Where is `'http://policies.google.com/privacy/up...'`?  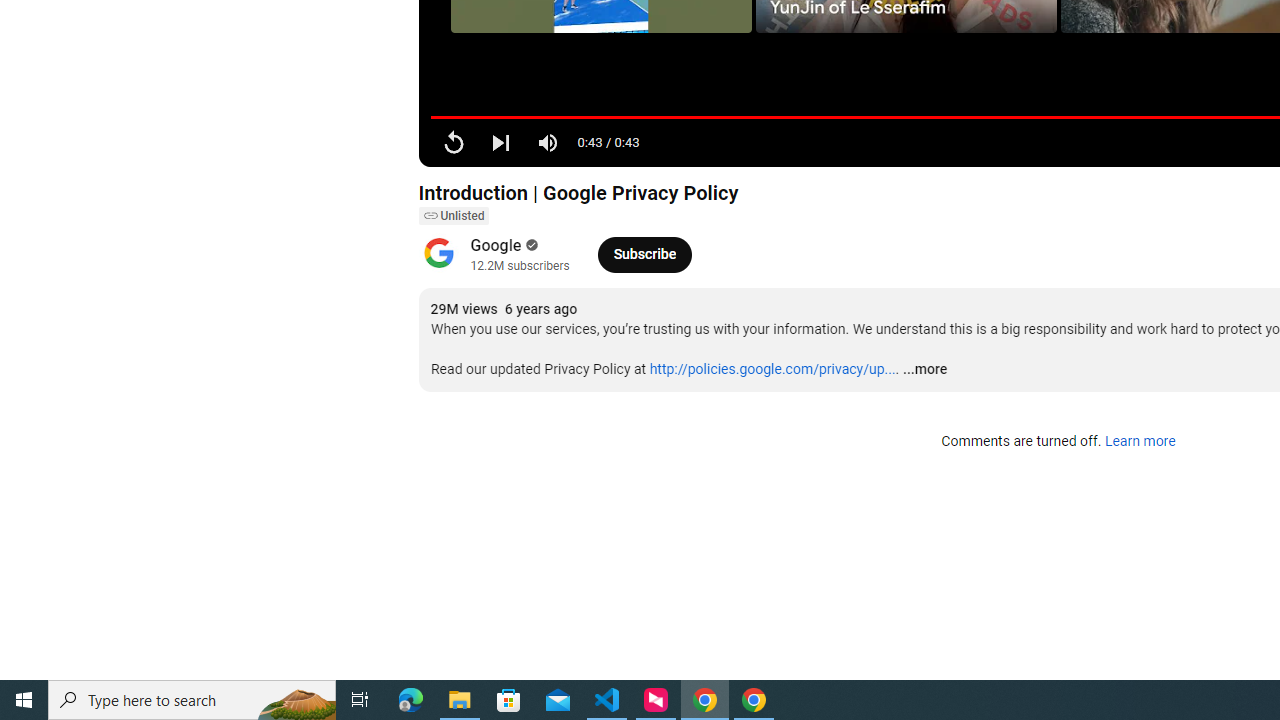
'http://policies.google.com/privacy/up...' is located at coordinates (771, 369).